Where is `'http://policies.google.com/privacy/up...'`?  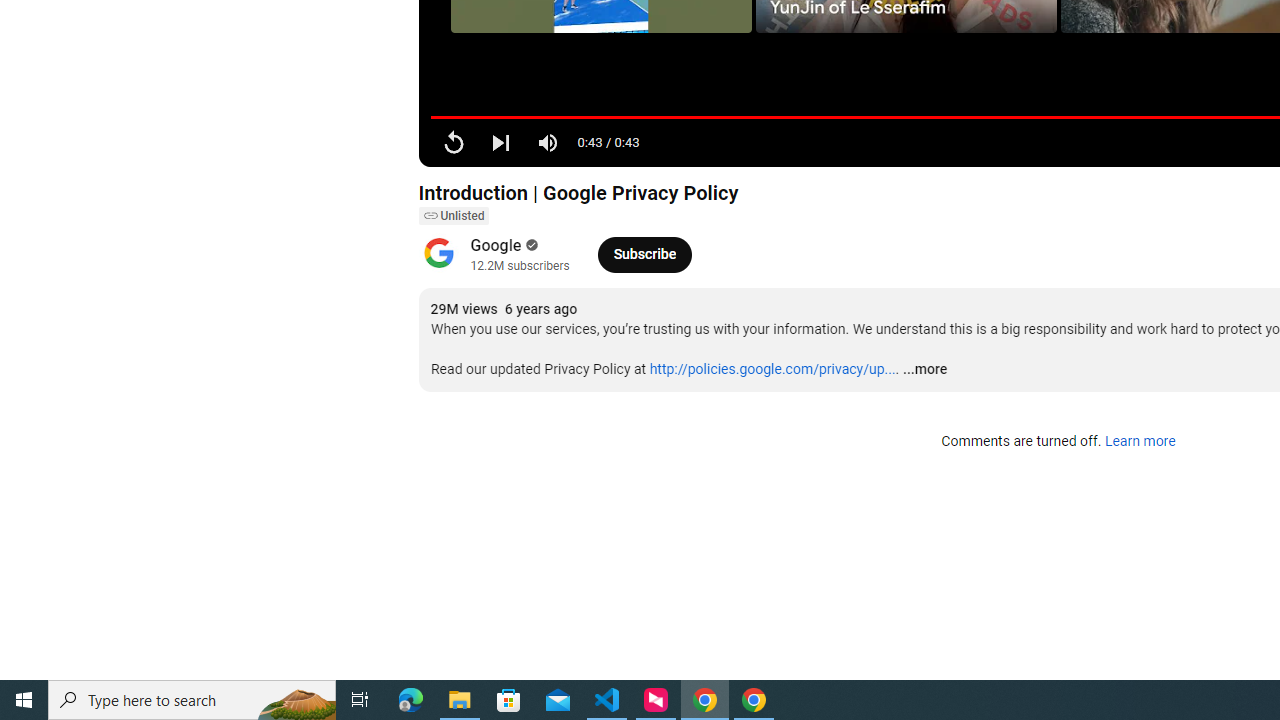
'http://policies.google.com/privacy/up...' is located at coordinates (771, 369).